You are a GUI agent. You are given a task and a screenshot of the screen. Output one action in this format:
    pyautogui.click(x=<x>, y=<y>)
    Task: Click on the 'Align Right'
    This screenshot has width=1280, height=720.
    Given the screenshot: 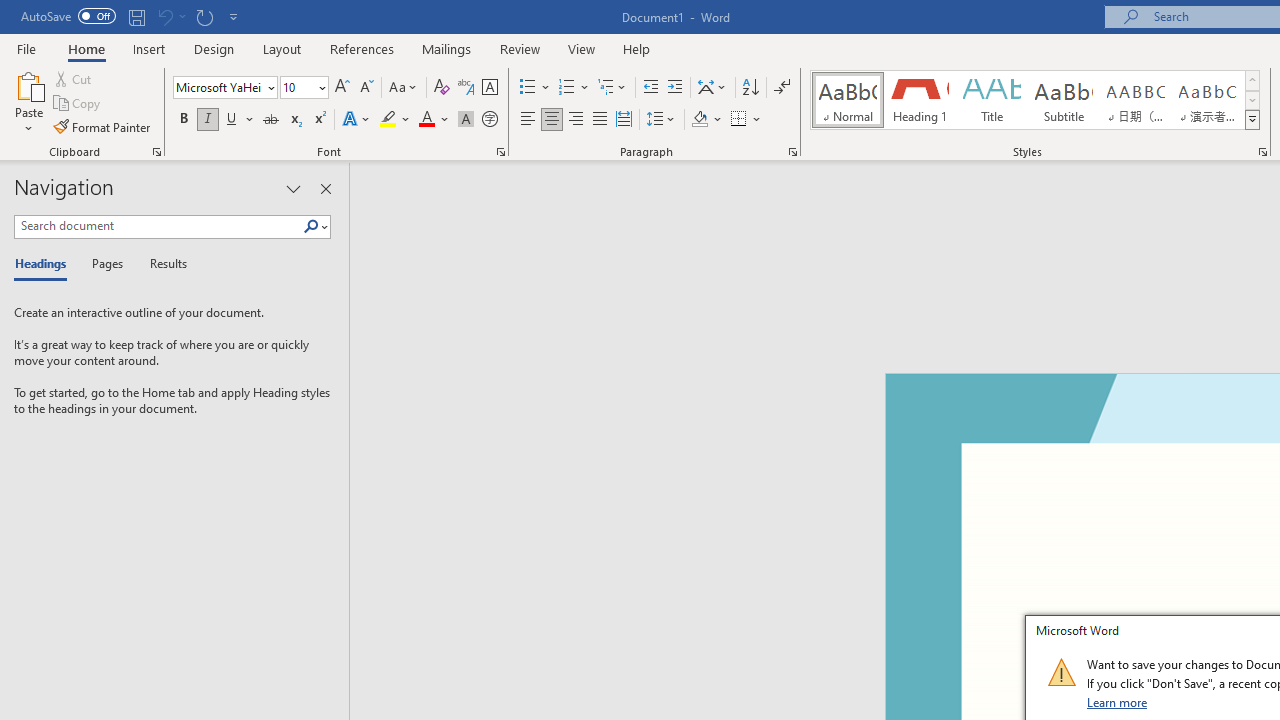 What is the action you would take?
    pyautogui.click(x=575, y=119)
    